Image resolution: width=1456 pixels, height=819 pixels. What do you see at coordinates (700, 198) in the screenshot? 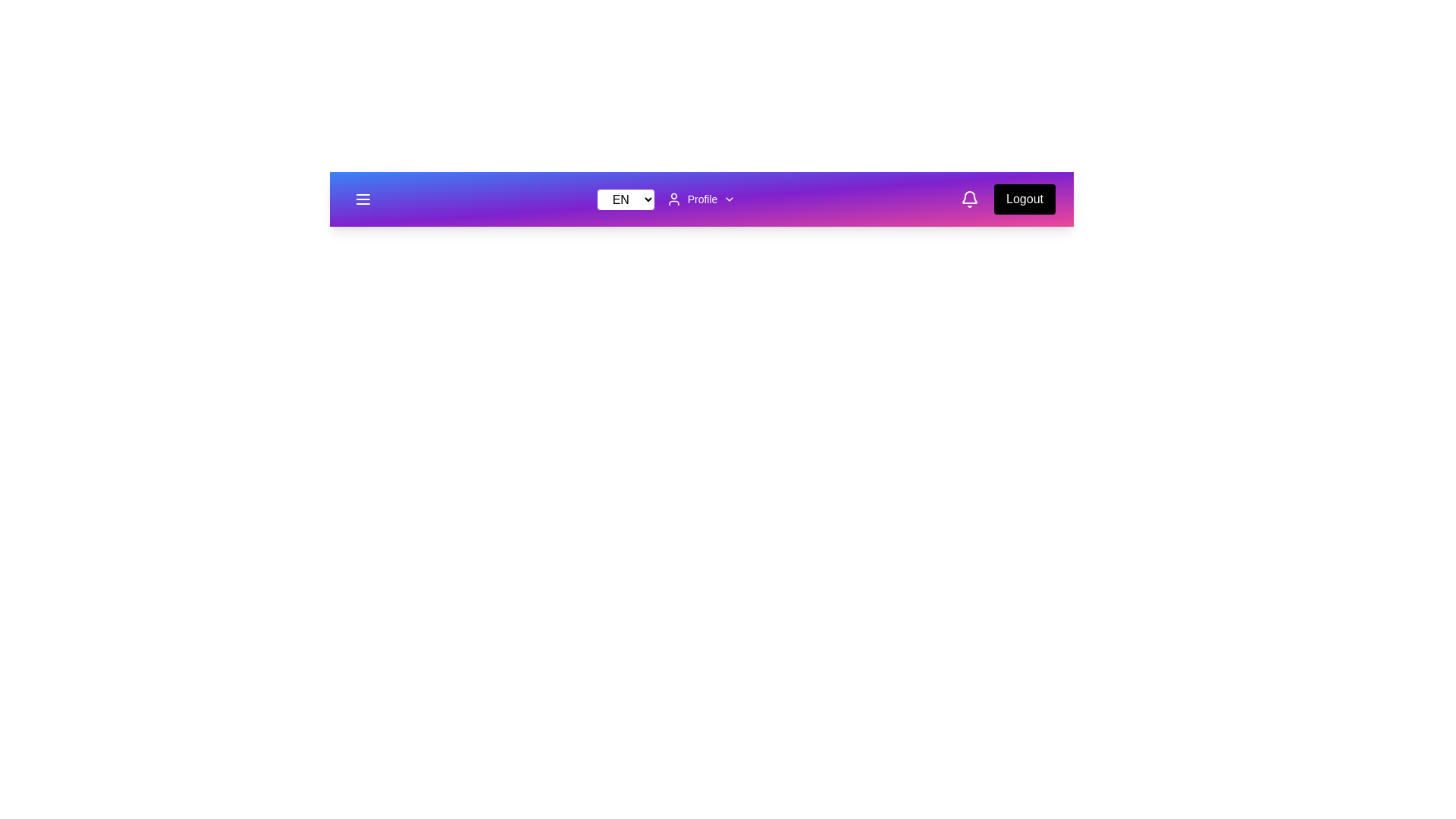
I see `the Profile button to access user profile details` at bounding box center [700, 198].